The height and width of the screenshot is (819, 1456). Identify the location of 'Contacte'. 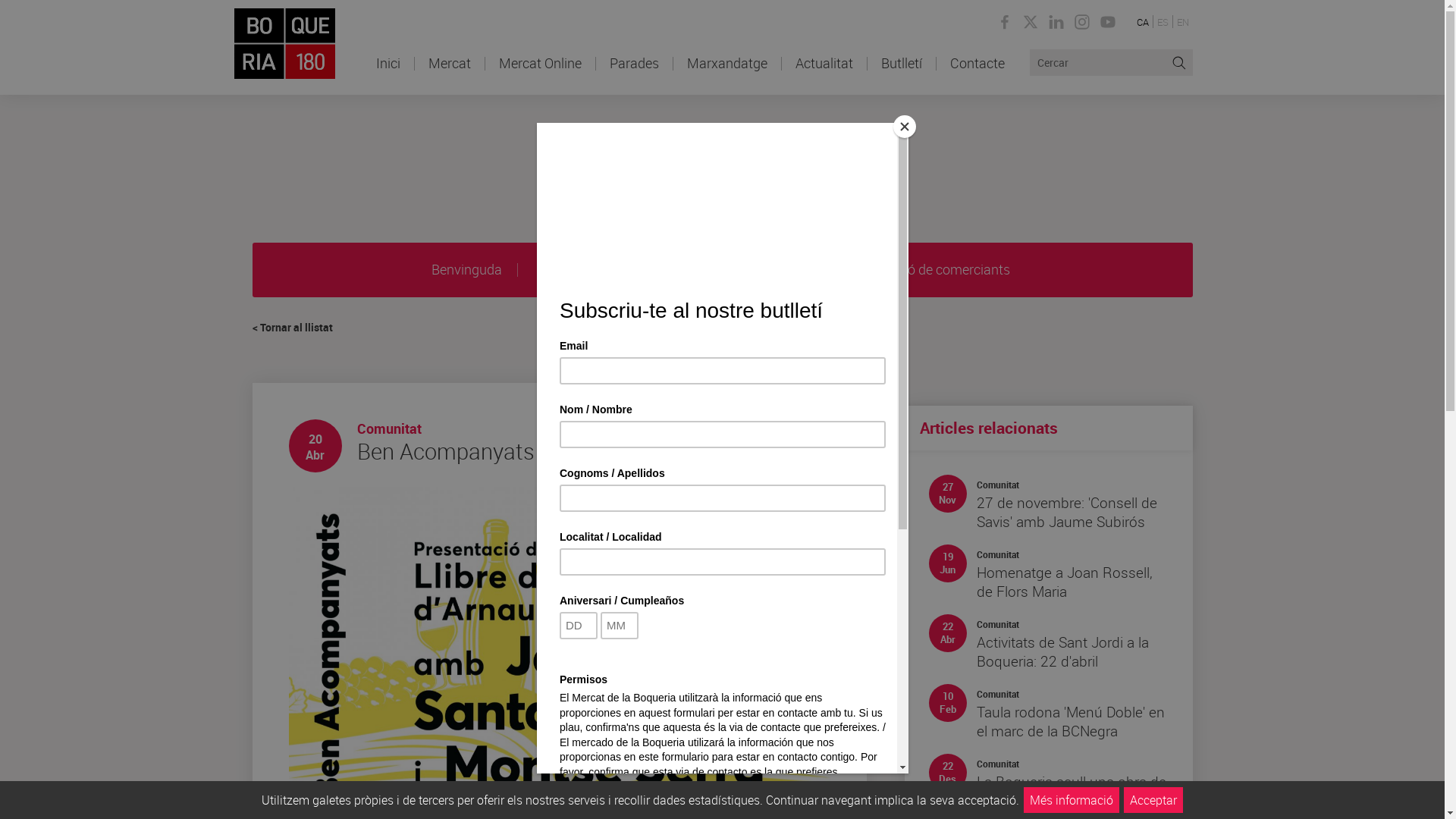
(934, 75).